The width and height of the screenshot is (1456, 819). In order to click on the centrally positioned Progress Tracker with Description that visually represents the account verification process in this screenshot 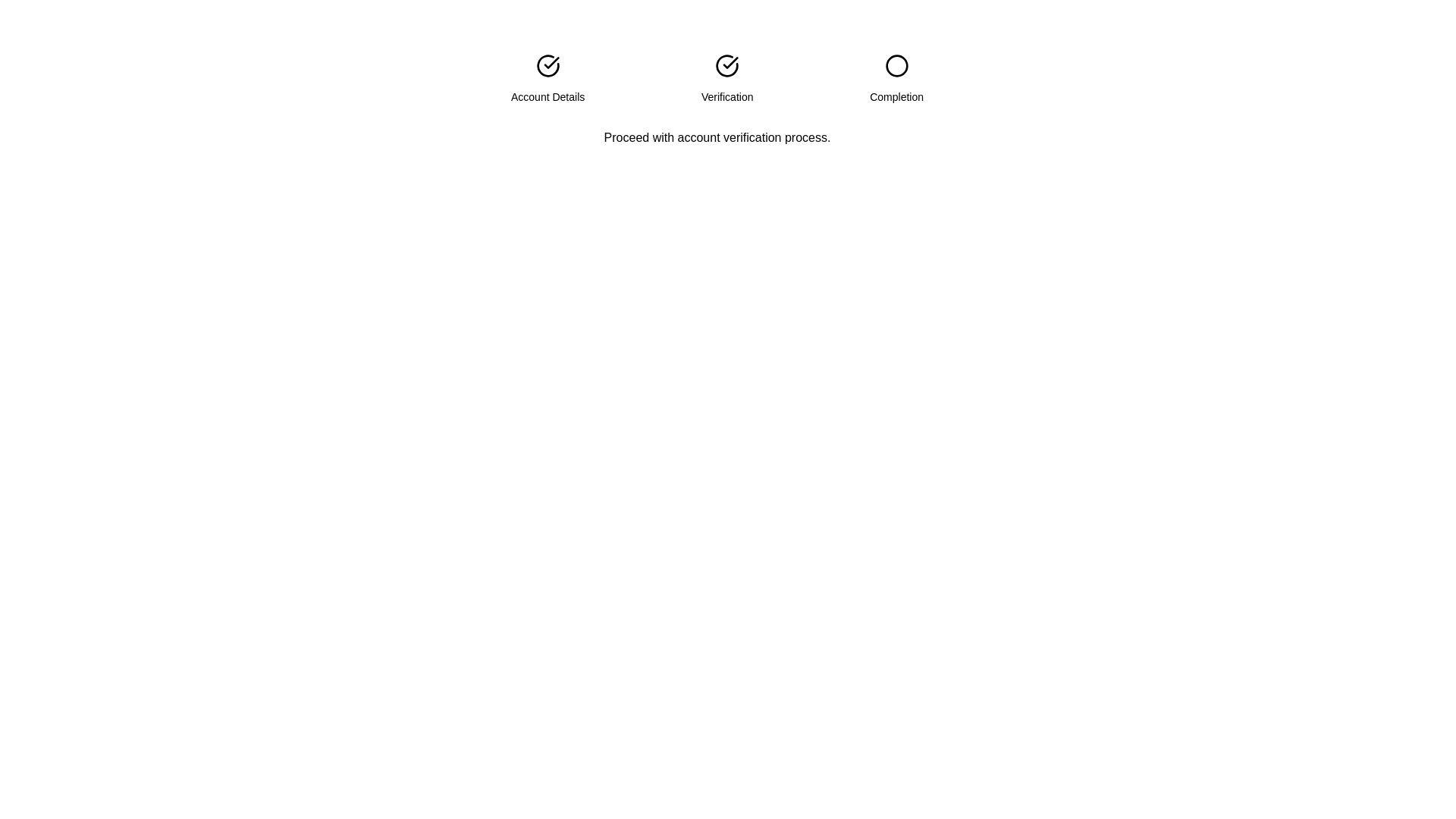, I will do `click(716, 99)`.